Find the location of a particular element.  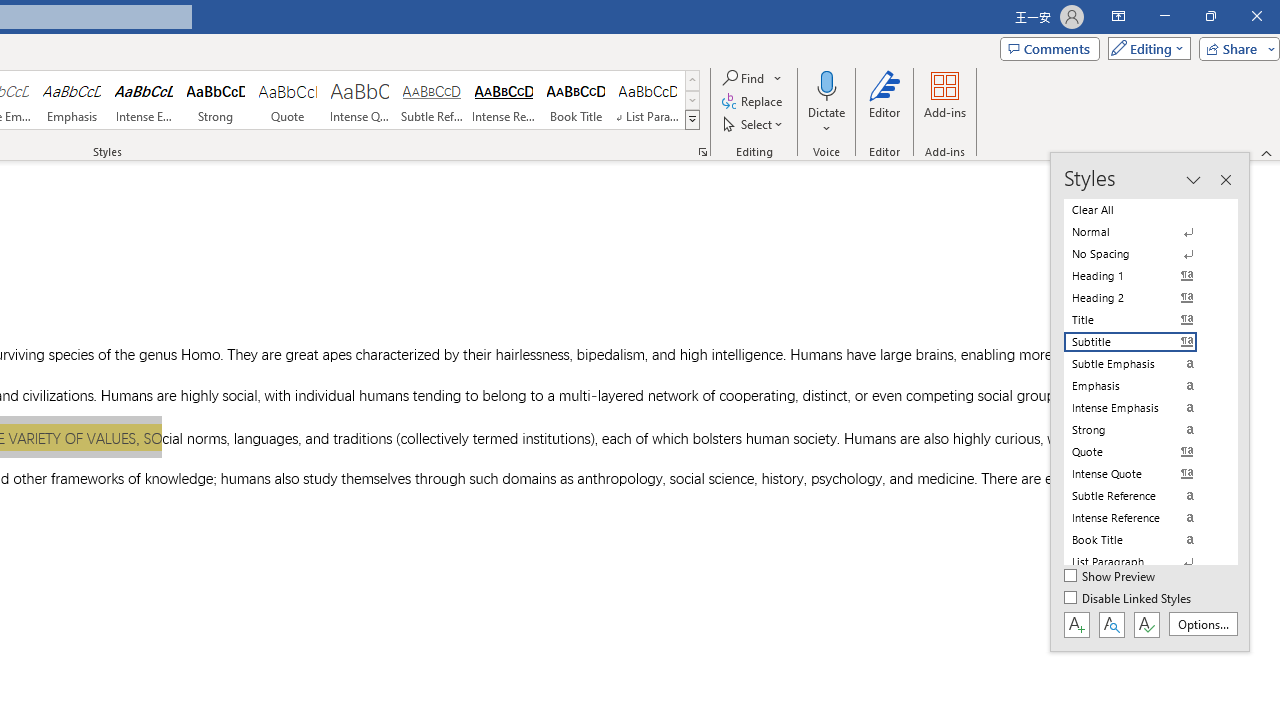

'No Spacing' is located at coordinates (1142, 253).